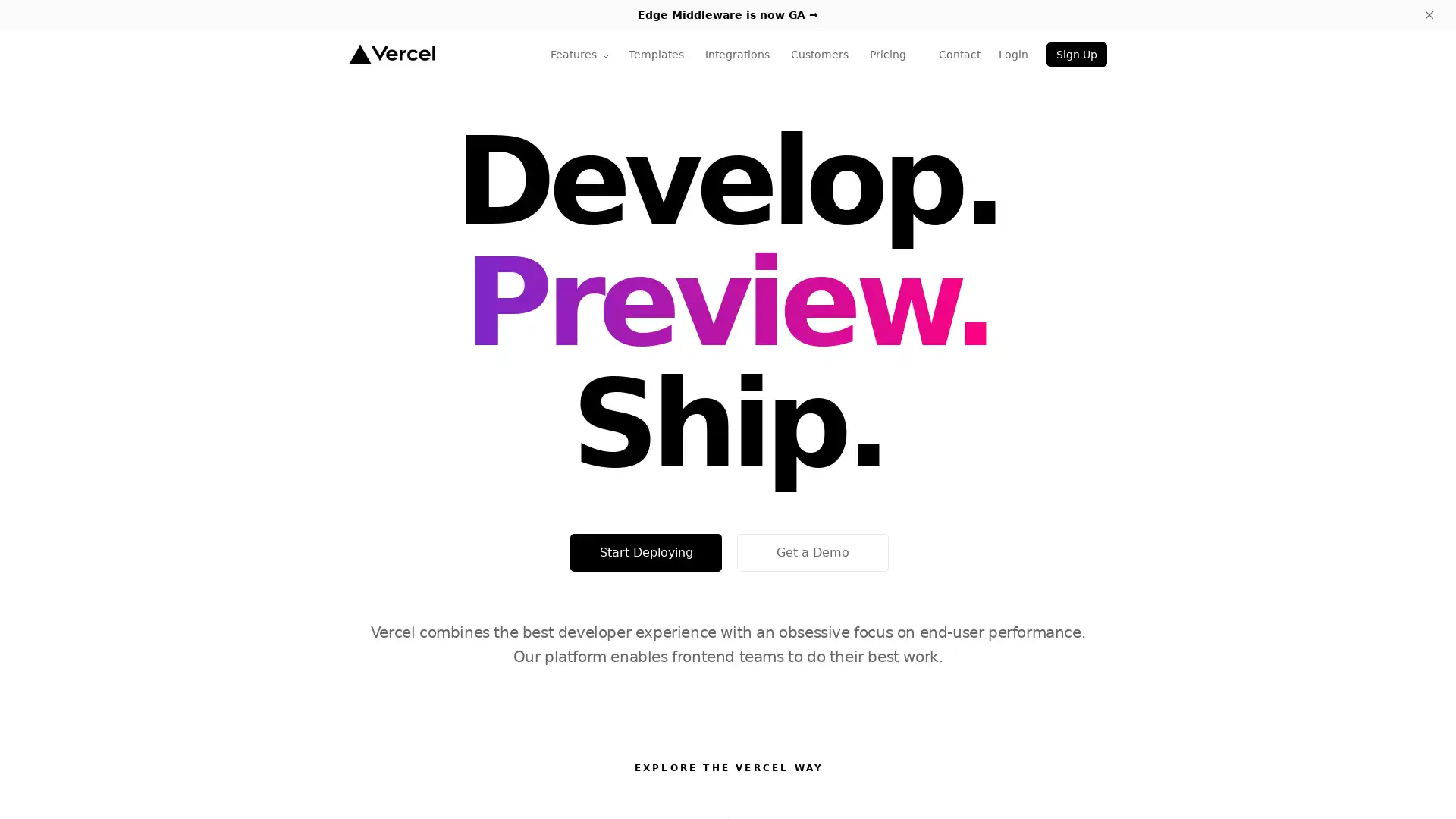 This screenshot has height=819, width=1456. I want to click on Hide banner, so click(1429, 14).